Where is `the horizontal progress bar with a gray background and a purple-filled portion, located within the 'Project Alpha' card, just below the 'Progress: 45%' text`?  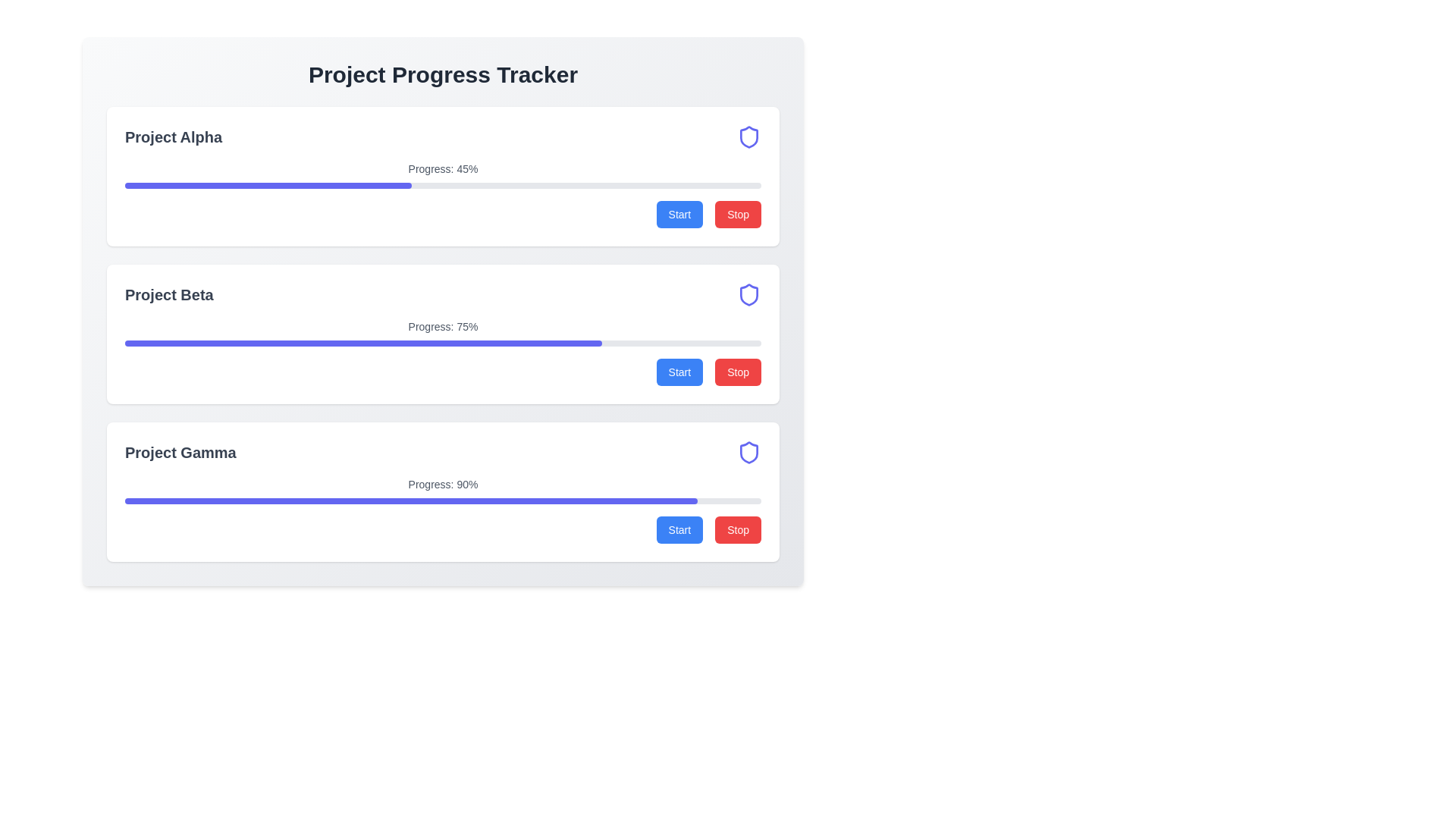
the horizontal progress bar with a gray background and a purple-filled portion, located within the 'Project Alpha' card, just below the 'Progress: 45%' text is located at coordinates (442, 185).